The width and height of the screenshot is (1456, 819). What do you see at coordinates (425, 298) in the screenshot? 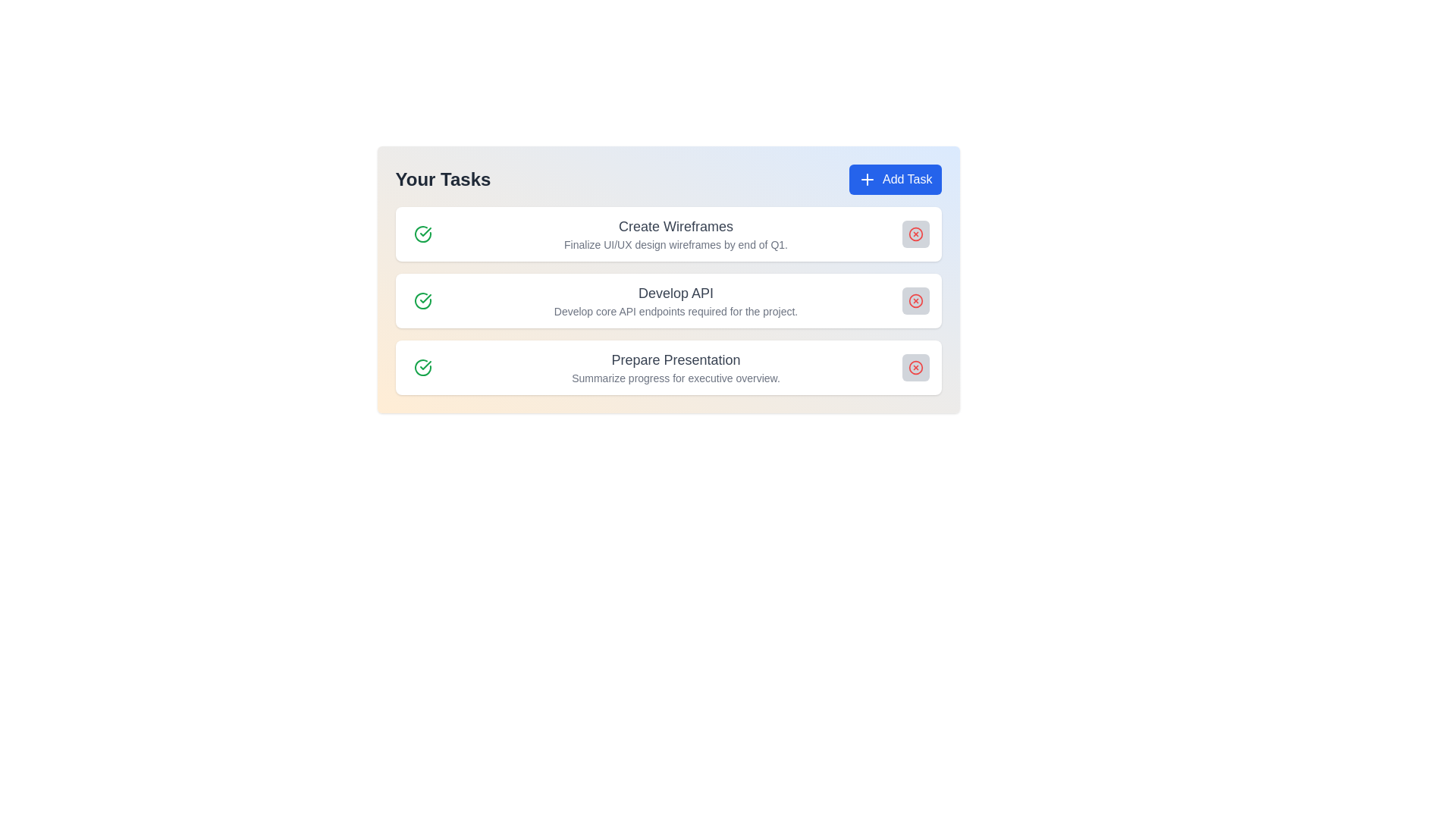
I see `the checkmark icon located to the left of the 'Develop API' task header, which indicates task completion` at bounding box center [425, 298].